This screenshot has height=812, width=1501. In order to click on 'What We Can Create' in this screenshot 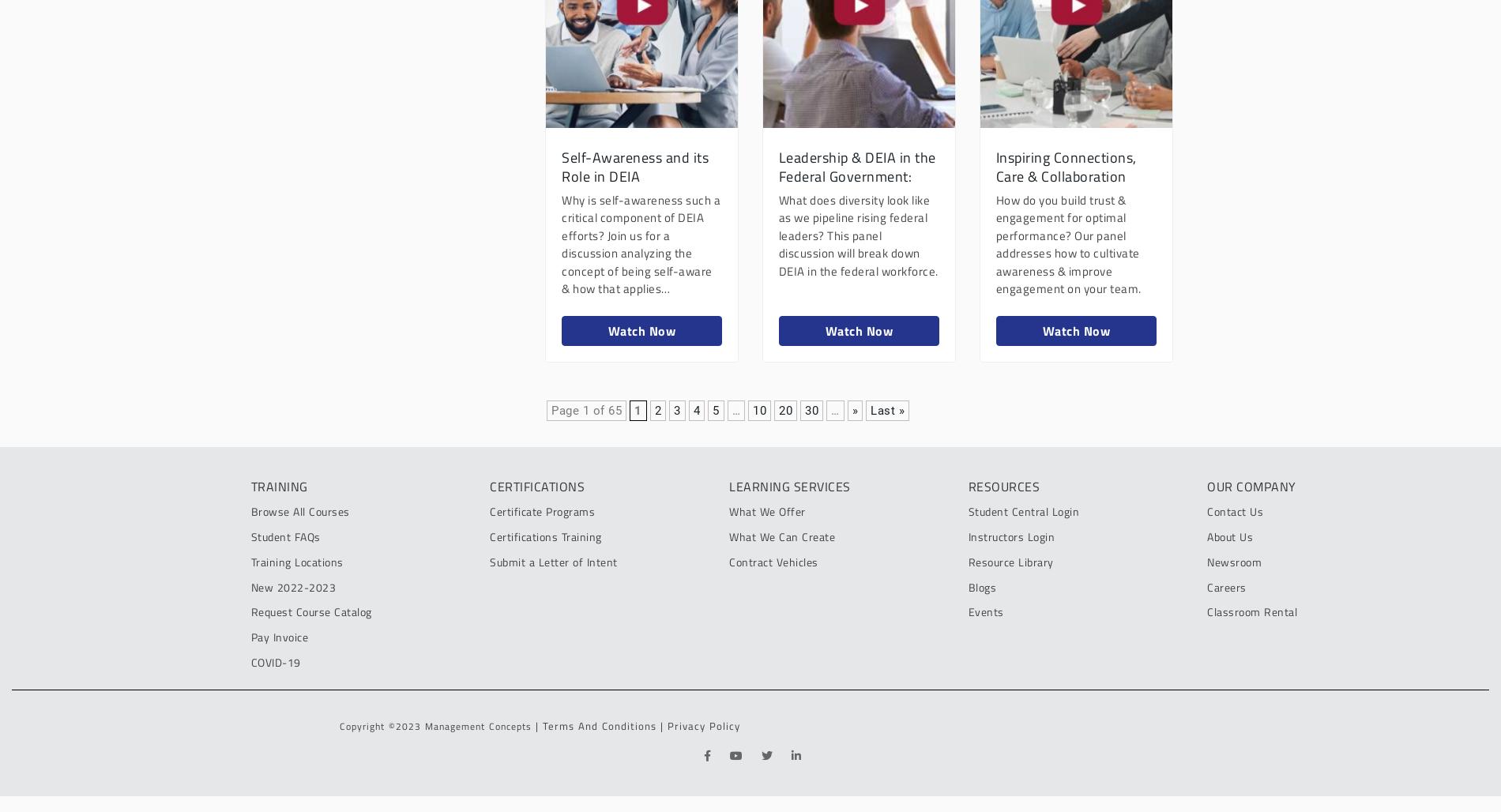, I will do `click(728, 536)`.